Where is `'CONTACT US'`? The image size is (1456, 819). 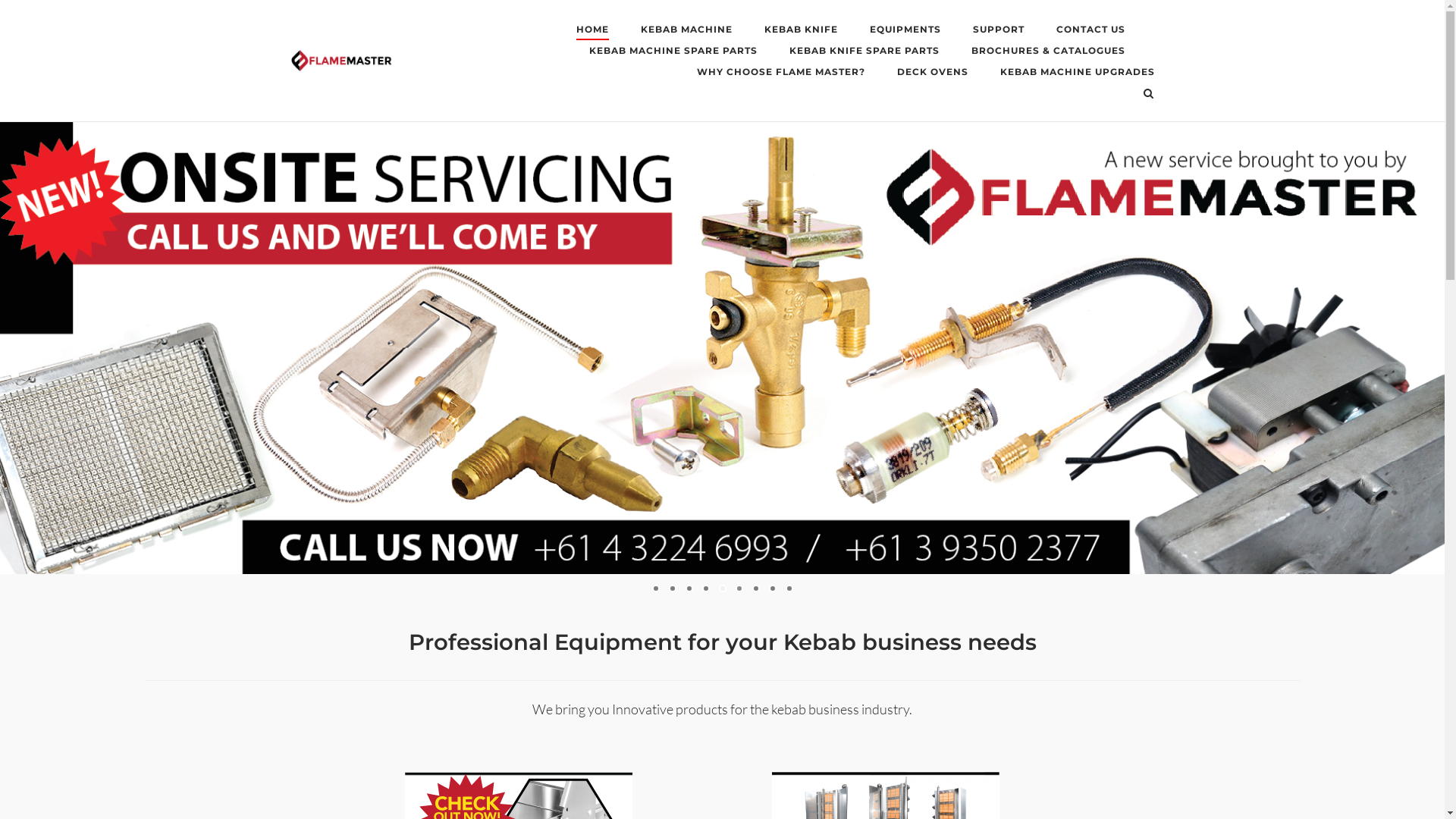 'CONTACT US' is located at coordinates (1089, 32).